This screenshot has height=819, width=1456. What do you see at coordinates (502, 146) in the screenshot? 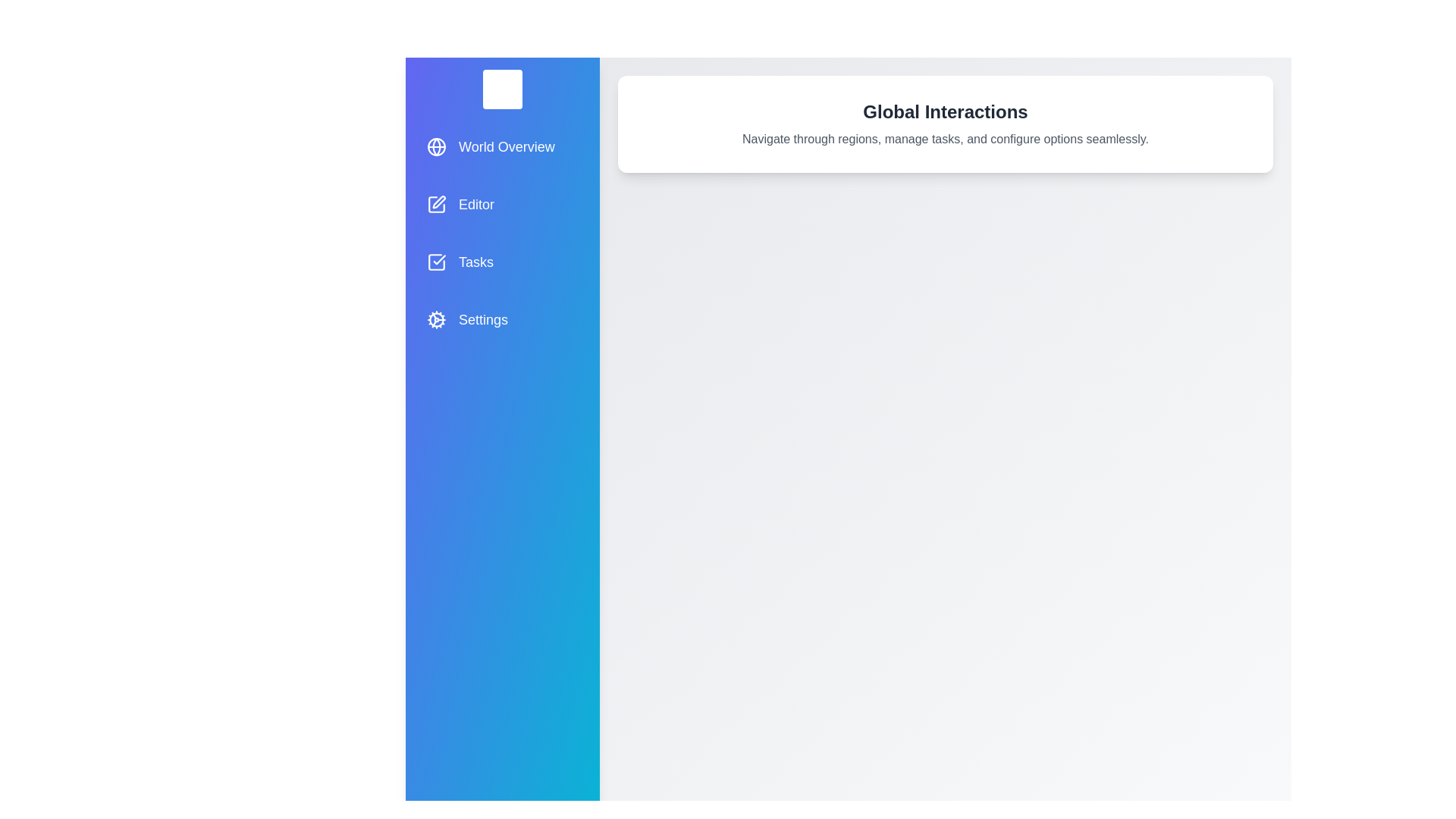
I see `the 'World Overview' menu item` at bounding box center [502, 146].